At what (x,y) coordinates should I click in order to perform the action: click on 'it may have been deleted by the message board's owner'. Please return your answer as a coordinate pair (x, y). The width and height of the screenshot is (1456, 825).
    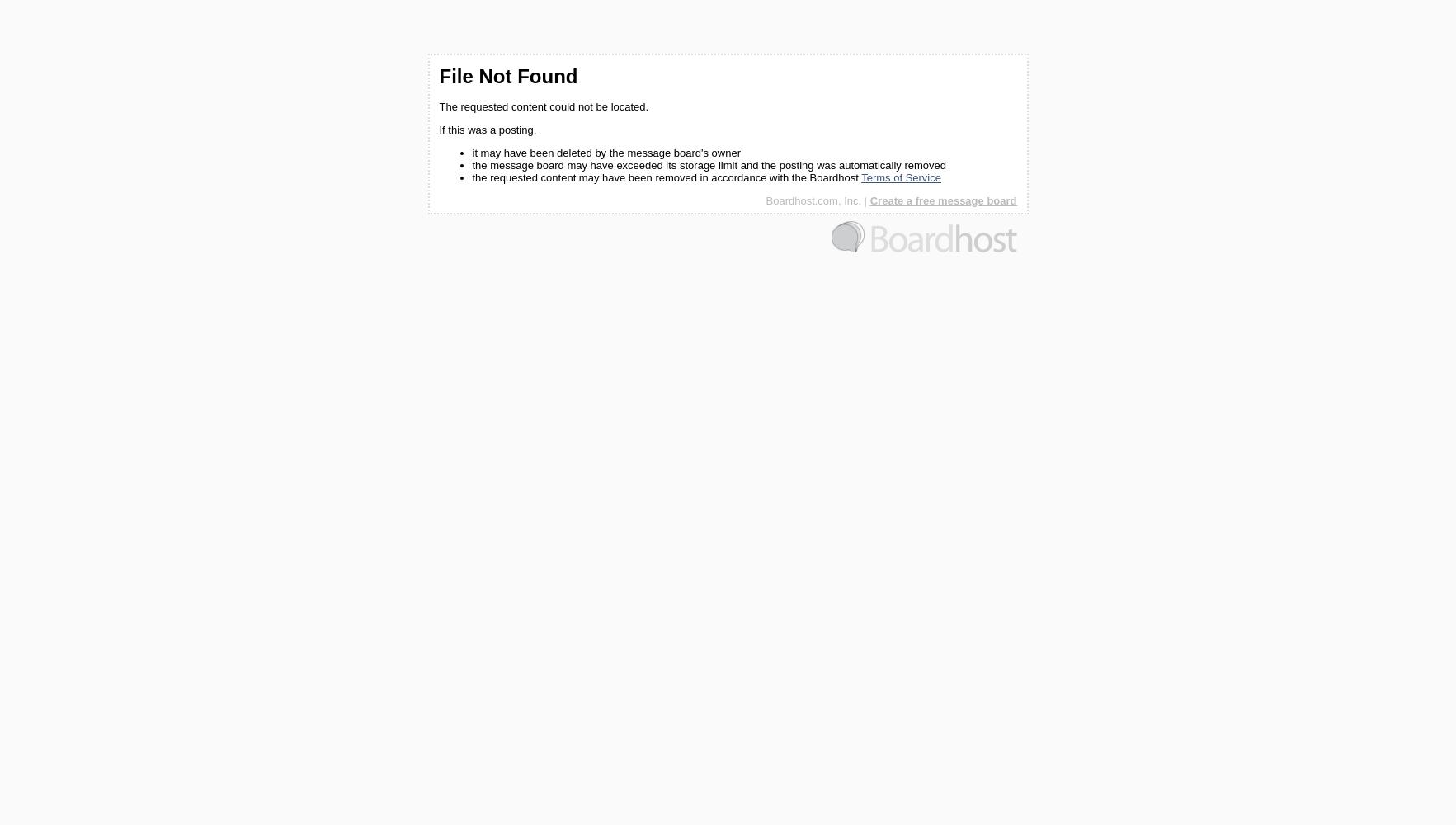
    Looking at the image, I should click on (605, 153).